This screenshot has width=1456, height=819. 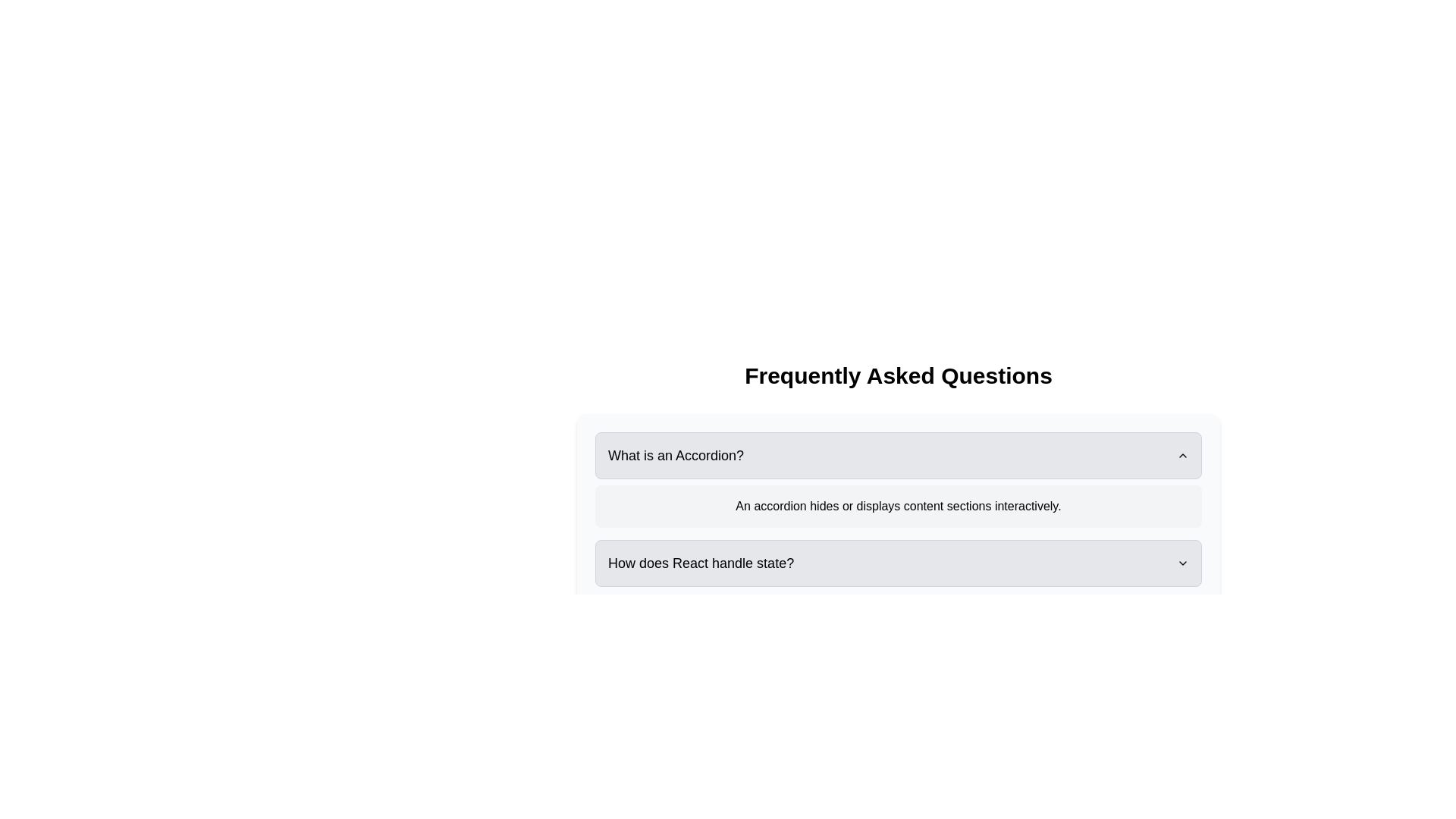 I want to click on informational text block that provides additional information about the concept of an accordion, positioned beneath the header text 'What is an Accordion?', so click(x=899, y=506).